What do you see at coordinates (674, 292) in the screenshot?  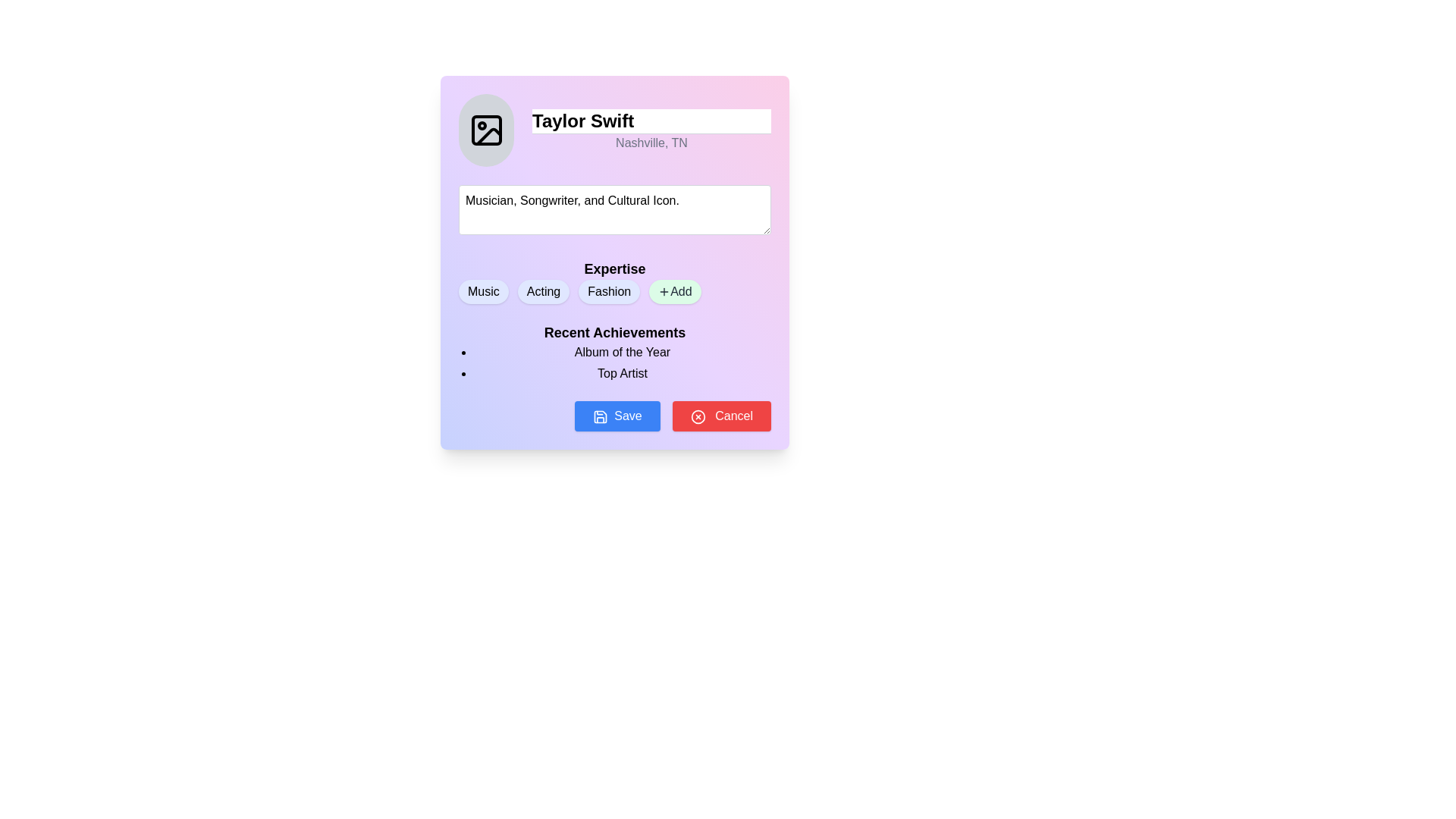 I see `the '+ Add' button with a light green background and dark gray text, located to the right of the tags 'Music', 'Acting', and 'Fashion' in the 'Expertise' section` at bounding box center [674, 292].